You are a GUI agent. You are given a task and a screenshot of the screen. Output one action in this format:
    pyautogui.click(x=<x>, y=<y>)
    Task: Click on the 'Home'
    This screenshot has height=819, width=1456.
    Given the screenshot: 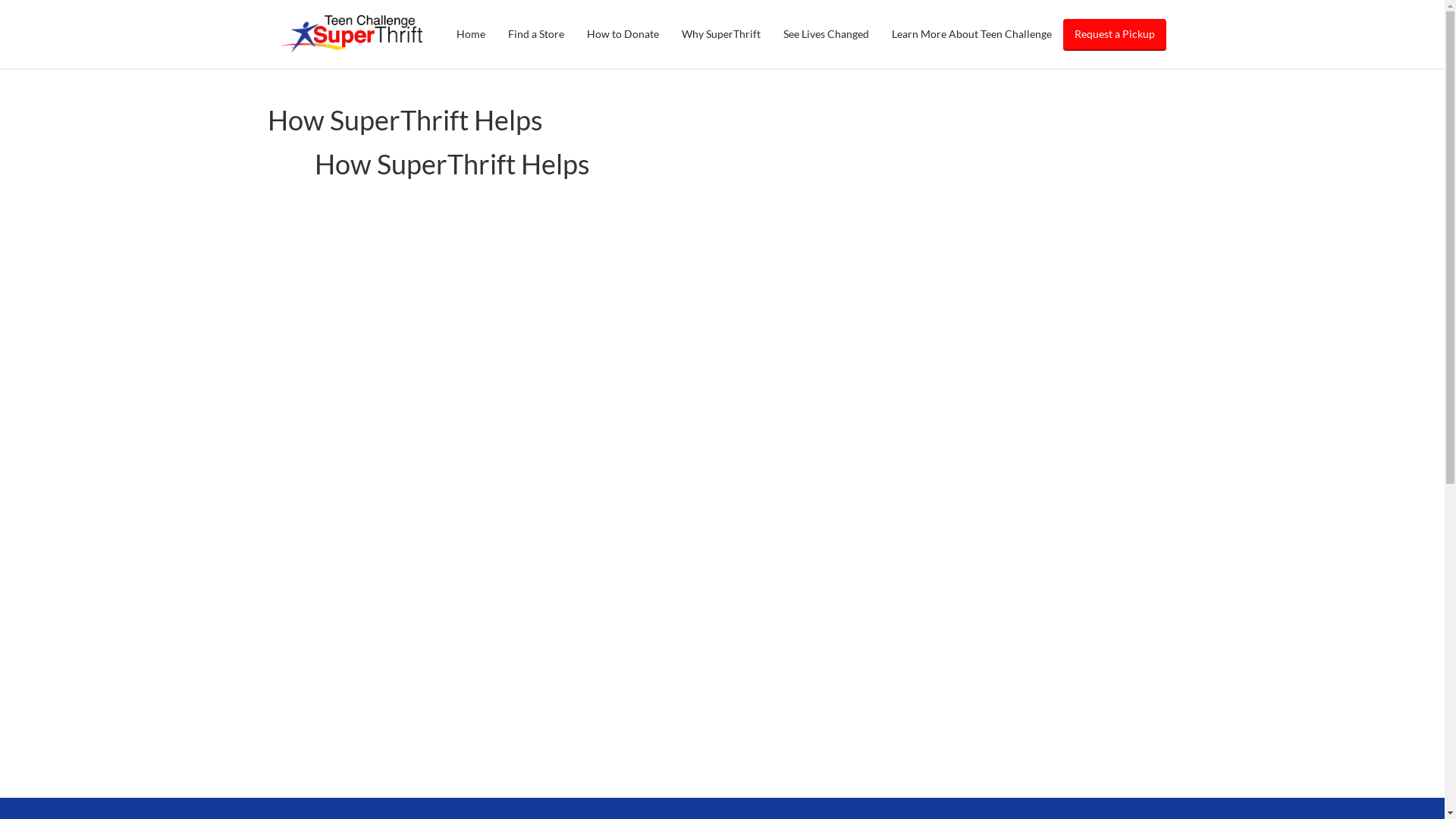 What is the action you would take?
    pyautogui.click(x=469, y=34)
    